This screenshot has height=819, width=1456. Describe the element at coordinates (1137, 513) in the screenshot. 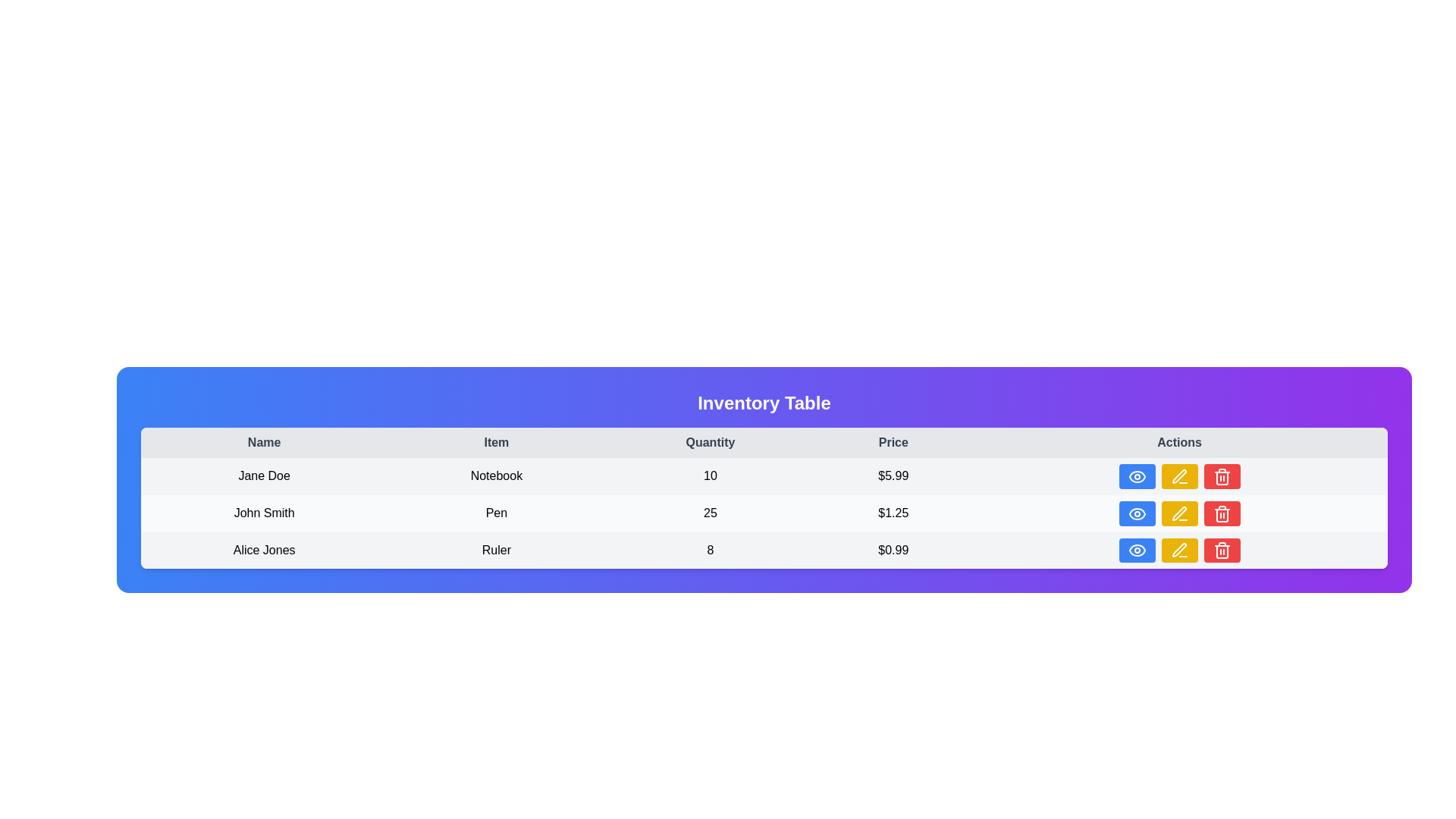

I see `the first button in the 'Actions' column of the table row for 'John Smith, Pen, 25, $1.25'` at that location.